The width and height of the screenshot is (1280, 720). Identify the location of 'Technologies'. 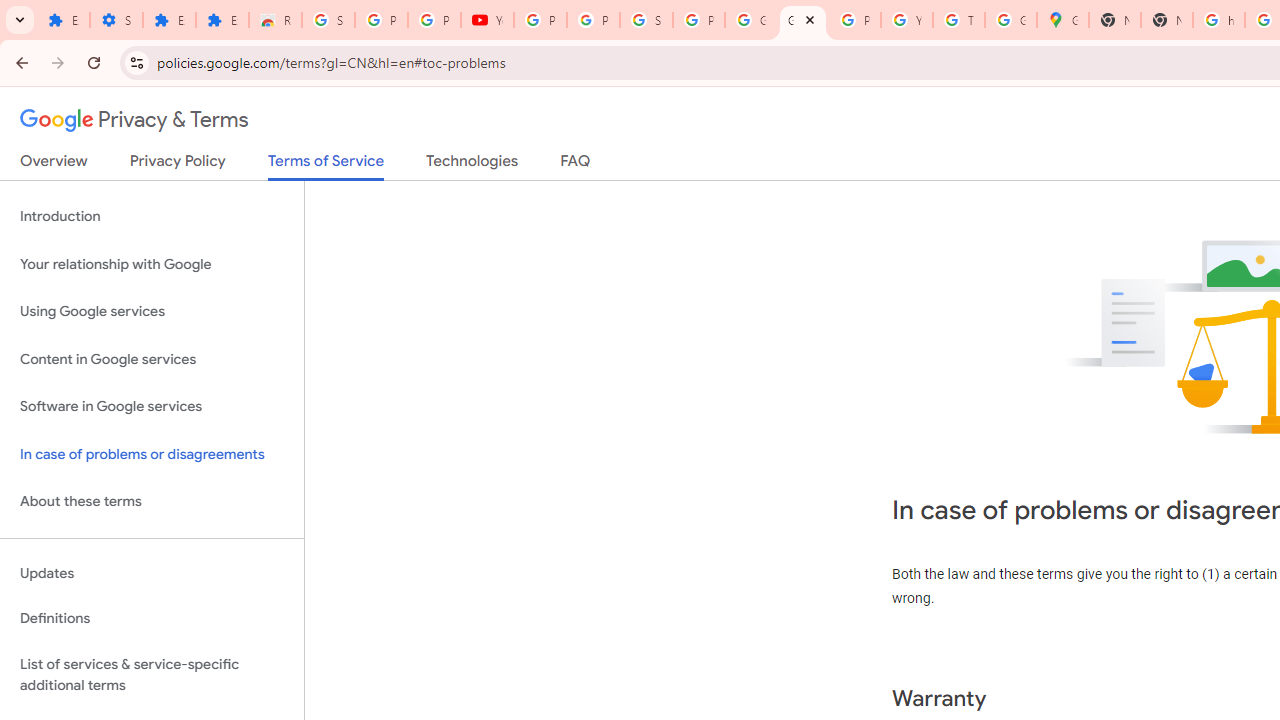
(471, 164).